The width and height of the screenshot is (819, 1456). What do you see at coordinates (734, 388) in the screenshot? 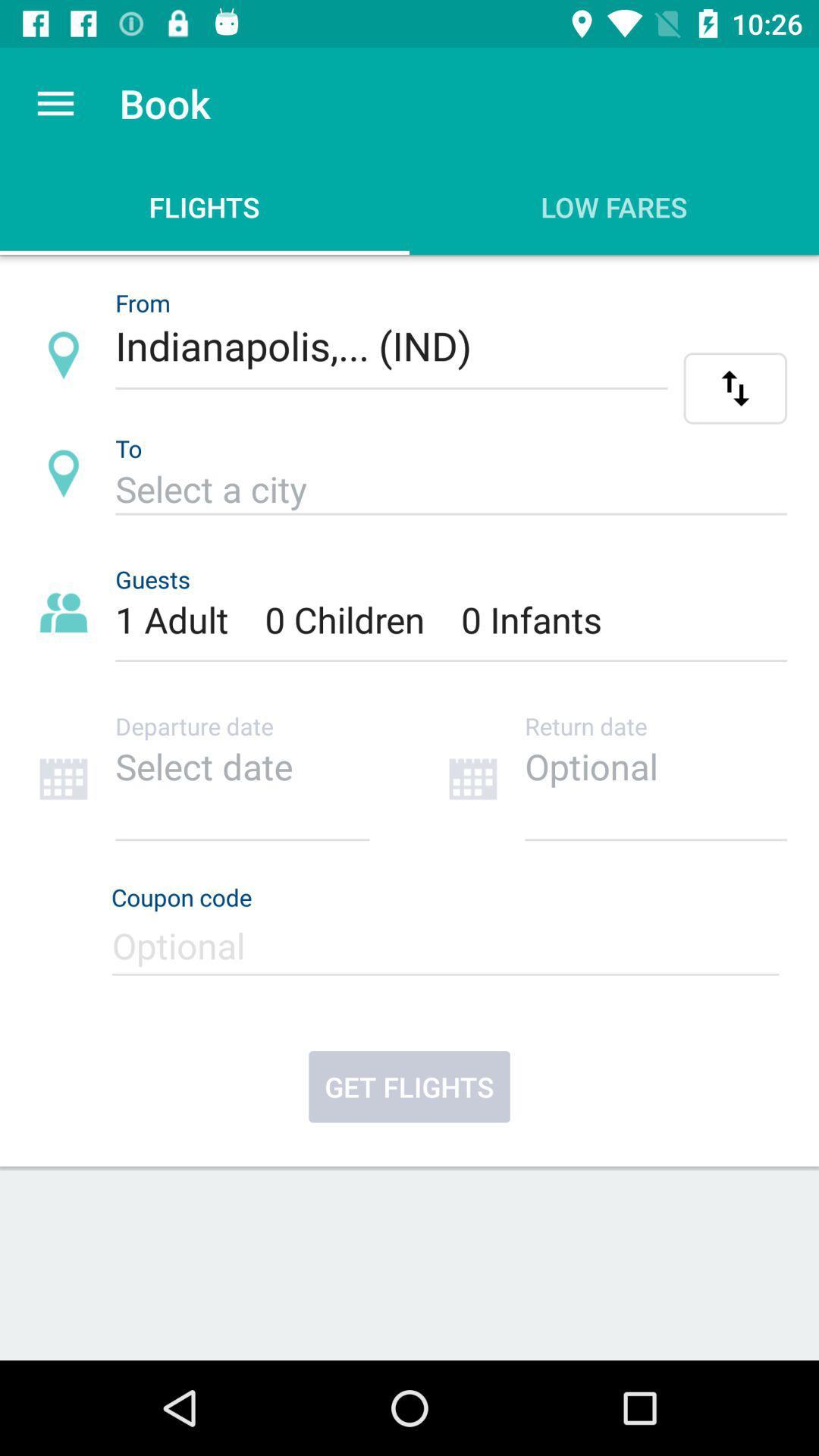
I see `the item next to indianapolis,... (ind) item` at bounding box center [734, 388].